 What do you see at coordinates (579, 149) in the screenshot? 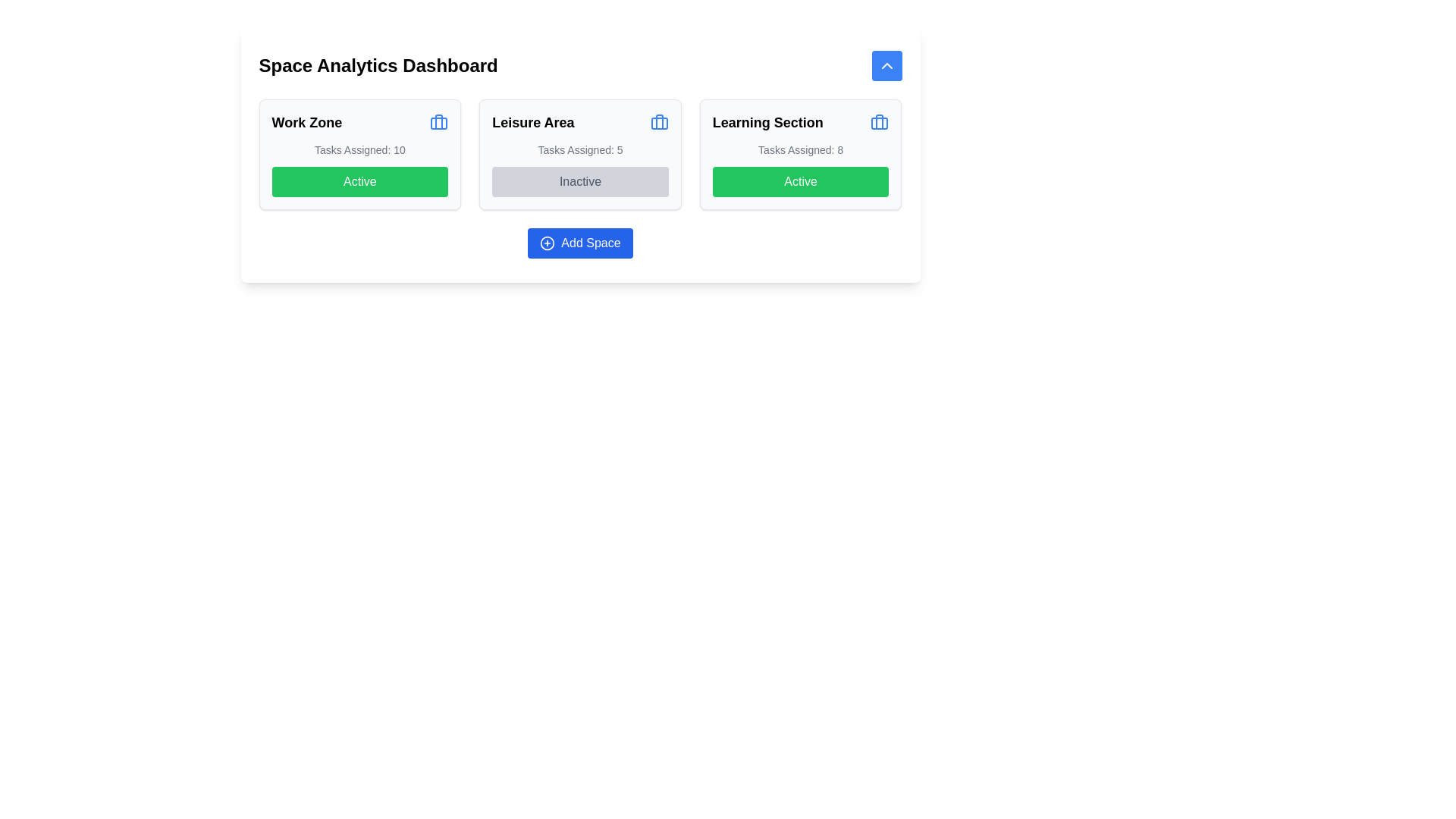
I see `the static text label displaying 'Tasks Assigned: 5' located in the 'Leisure Area' section, positioned below the title 'Leisure Area' and above the 'Inactive' button` at bounding box center [579, 149].